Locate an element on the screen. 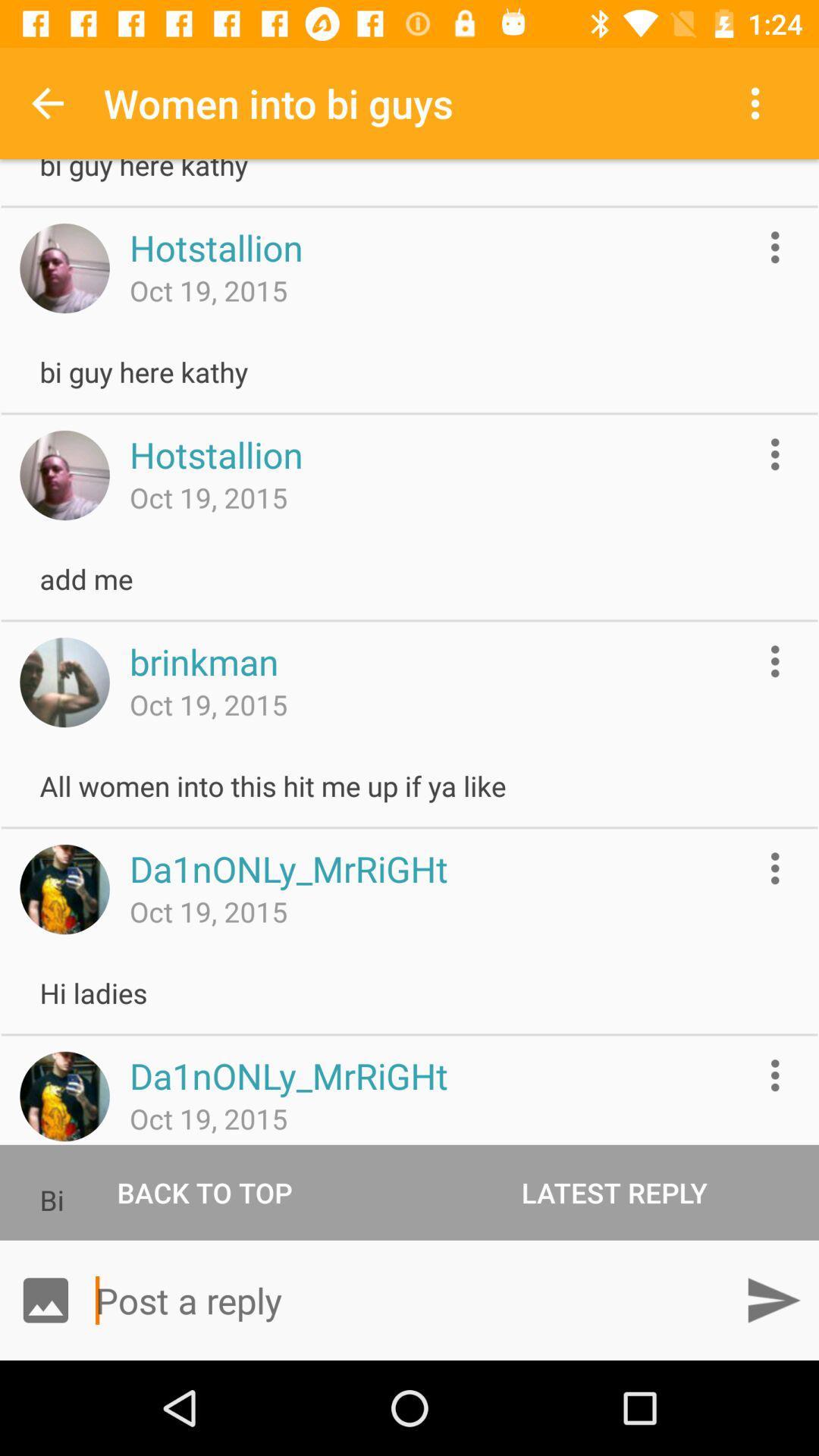 The height and width of the screenshot is (1456, 819). more actions is located at coordinates (775, 247).